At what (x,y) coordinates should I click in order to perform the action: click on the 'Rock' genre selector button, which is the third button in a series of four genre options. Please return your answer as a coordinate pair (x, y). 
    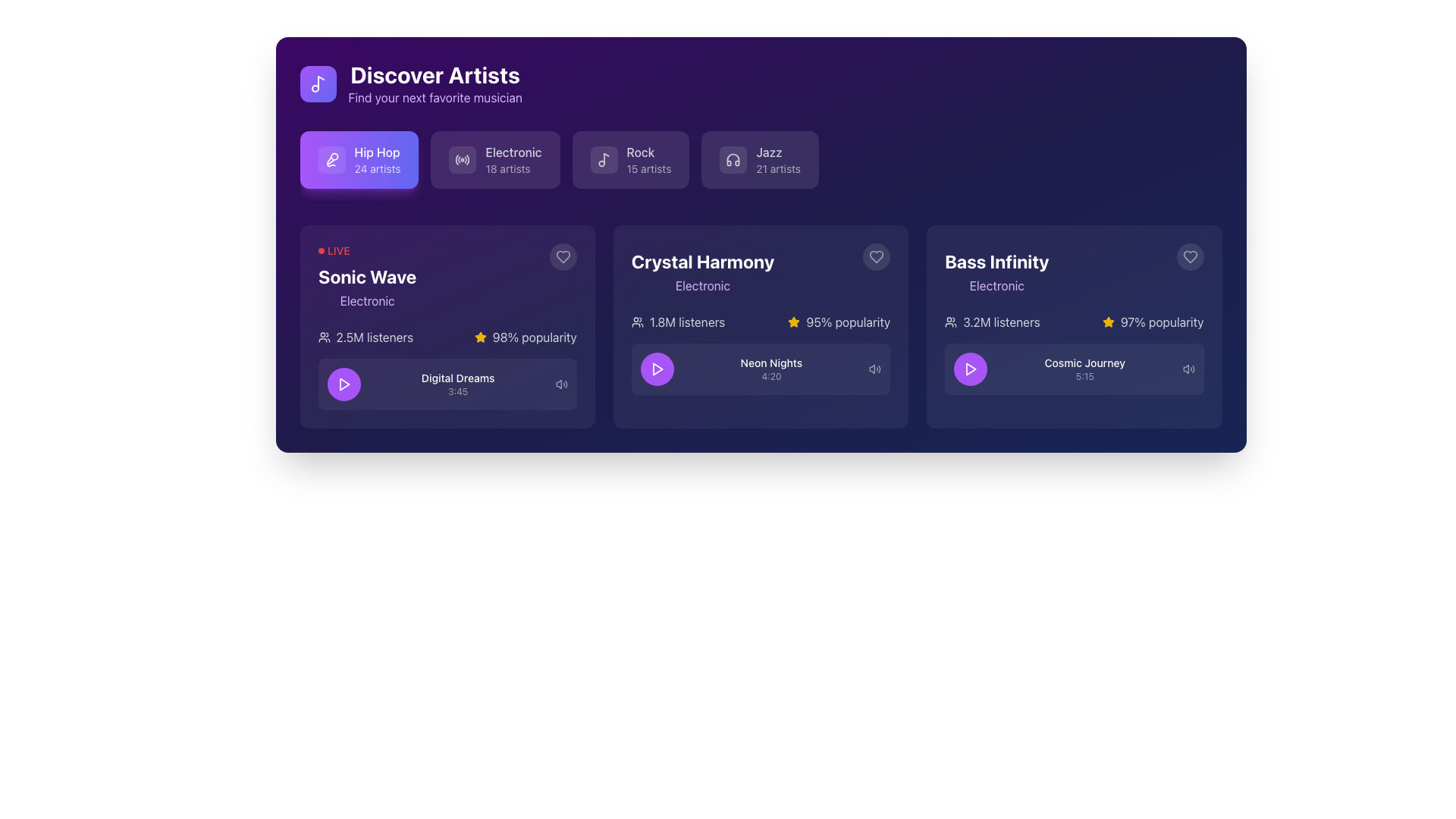
    Looking at the image, I should click on (630, 160).